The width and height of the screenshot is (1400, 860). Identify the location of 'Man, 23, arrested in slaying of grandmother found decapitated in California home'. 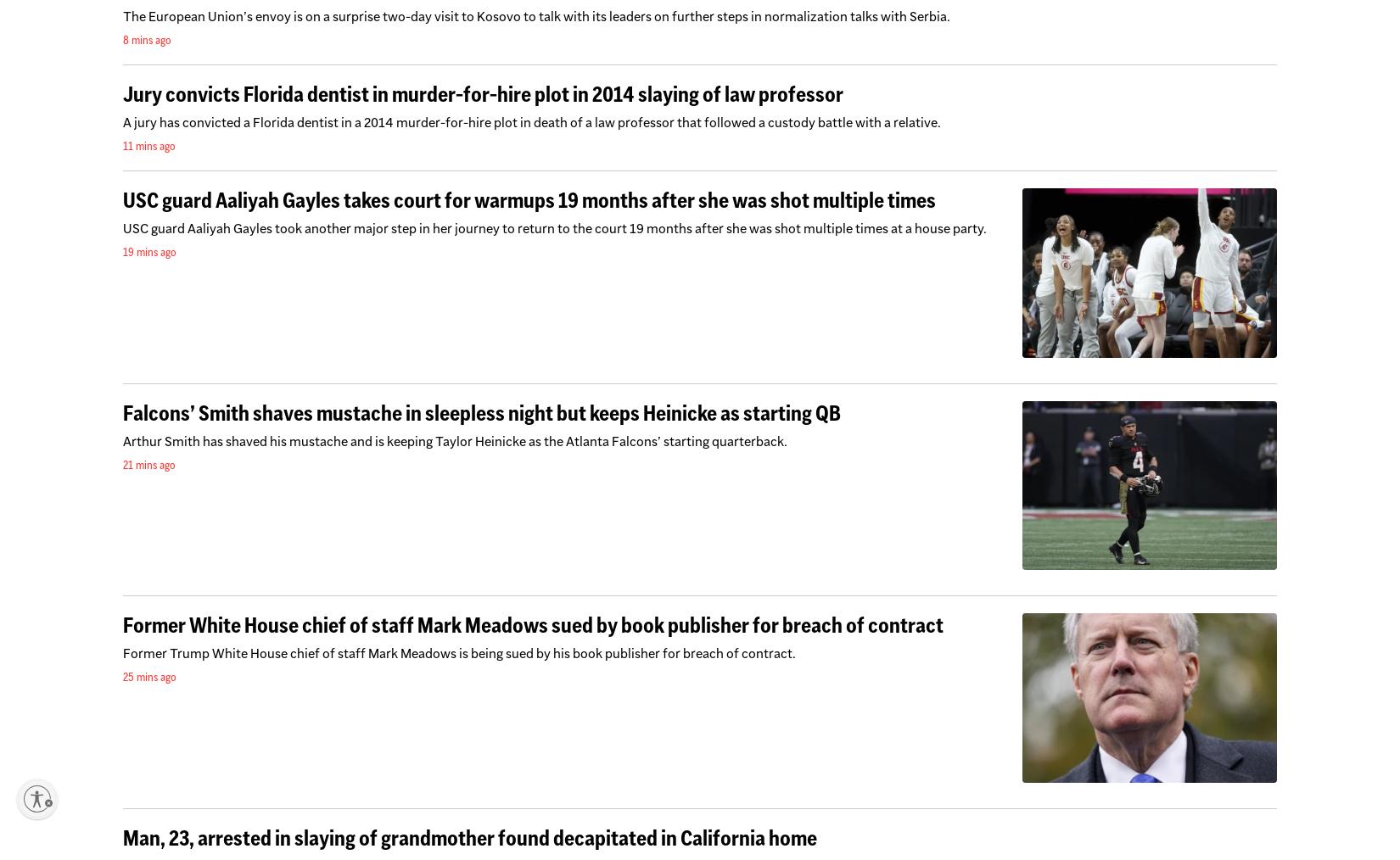
(469, 838).